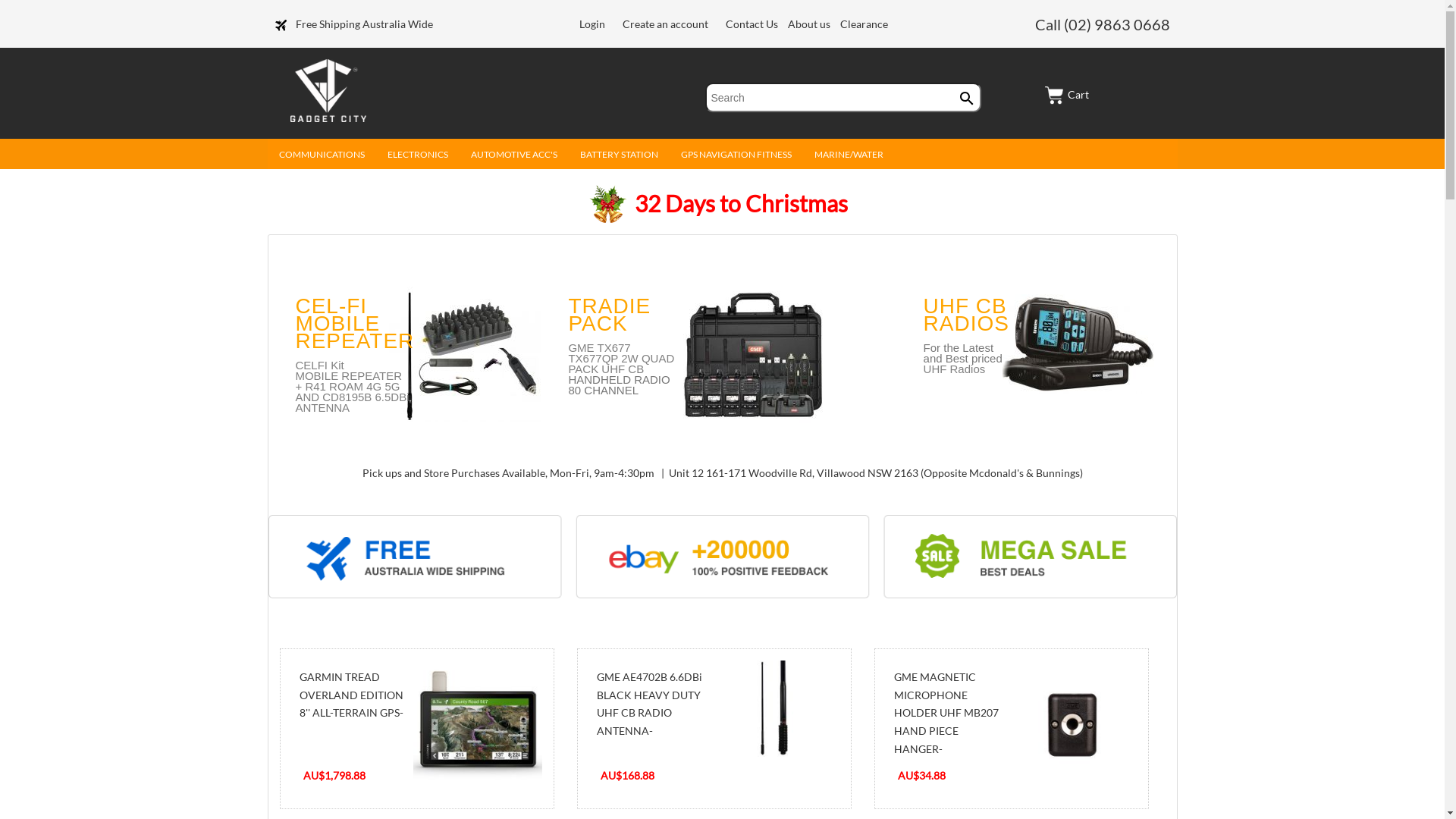  Describe the element at coordinates (809, 24) in the screenshot. I see `'About us'` at that location.